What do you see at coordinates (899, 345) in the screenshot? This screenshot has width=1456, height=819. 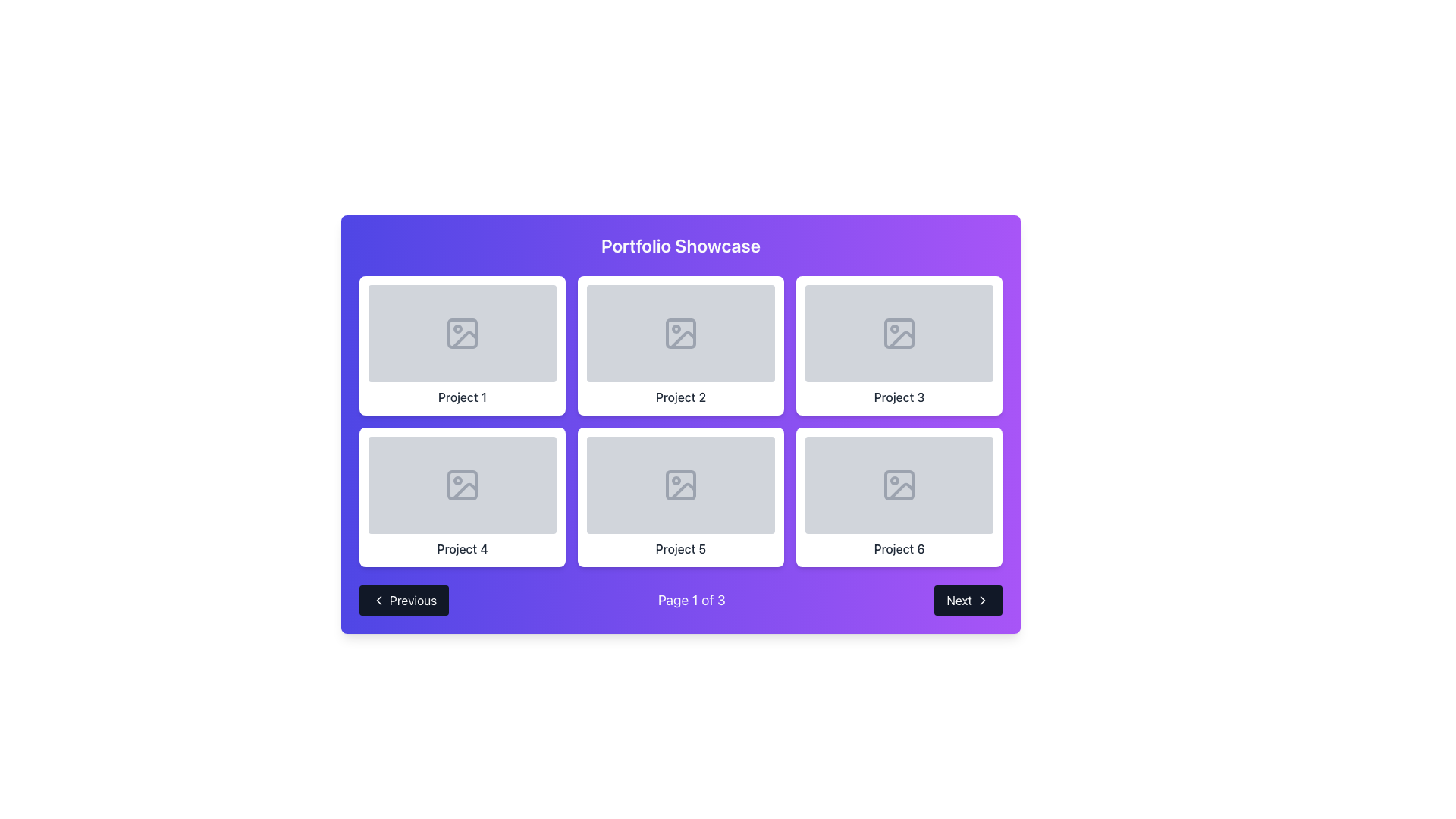 I see `the display card labeled 'Project 3'` at bounding box center [899, 345].